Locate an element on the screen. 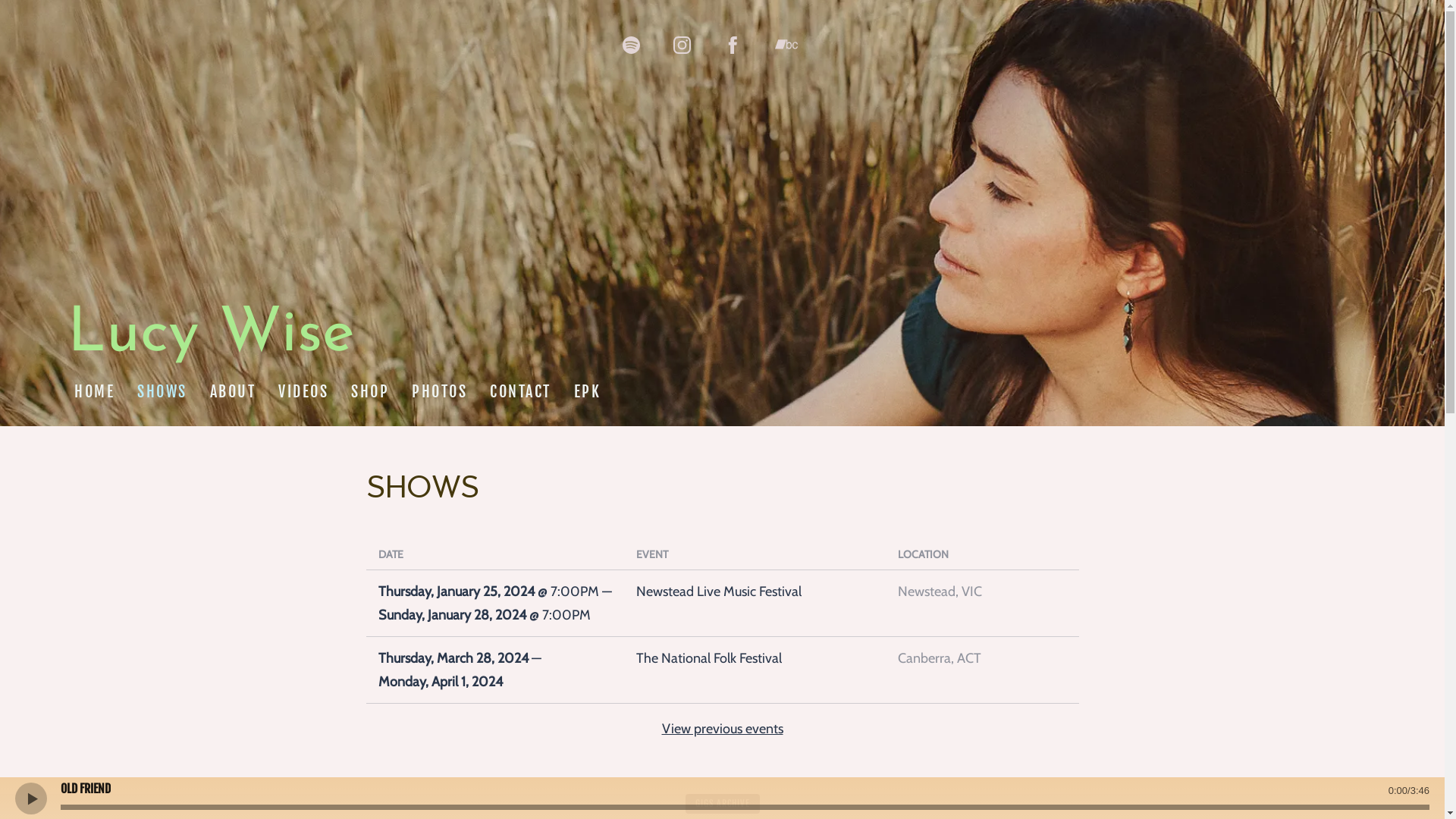 The width and height of the screenshot is (1456, 819). 'CONTACT' is located at coordinates (520, 391).